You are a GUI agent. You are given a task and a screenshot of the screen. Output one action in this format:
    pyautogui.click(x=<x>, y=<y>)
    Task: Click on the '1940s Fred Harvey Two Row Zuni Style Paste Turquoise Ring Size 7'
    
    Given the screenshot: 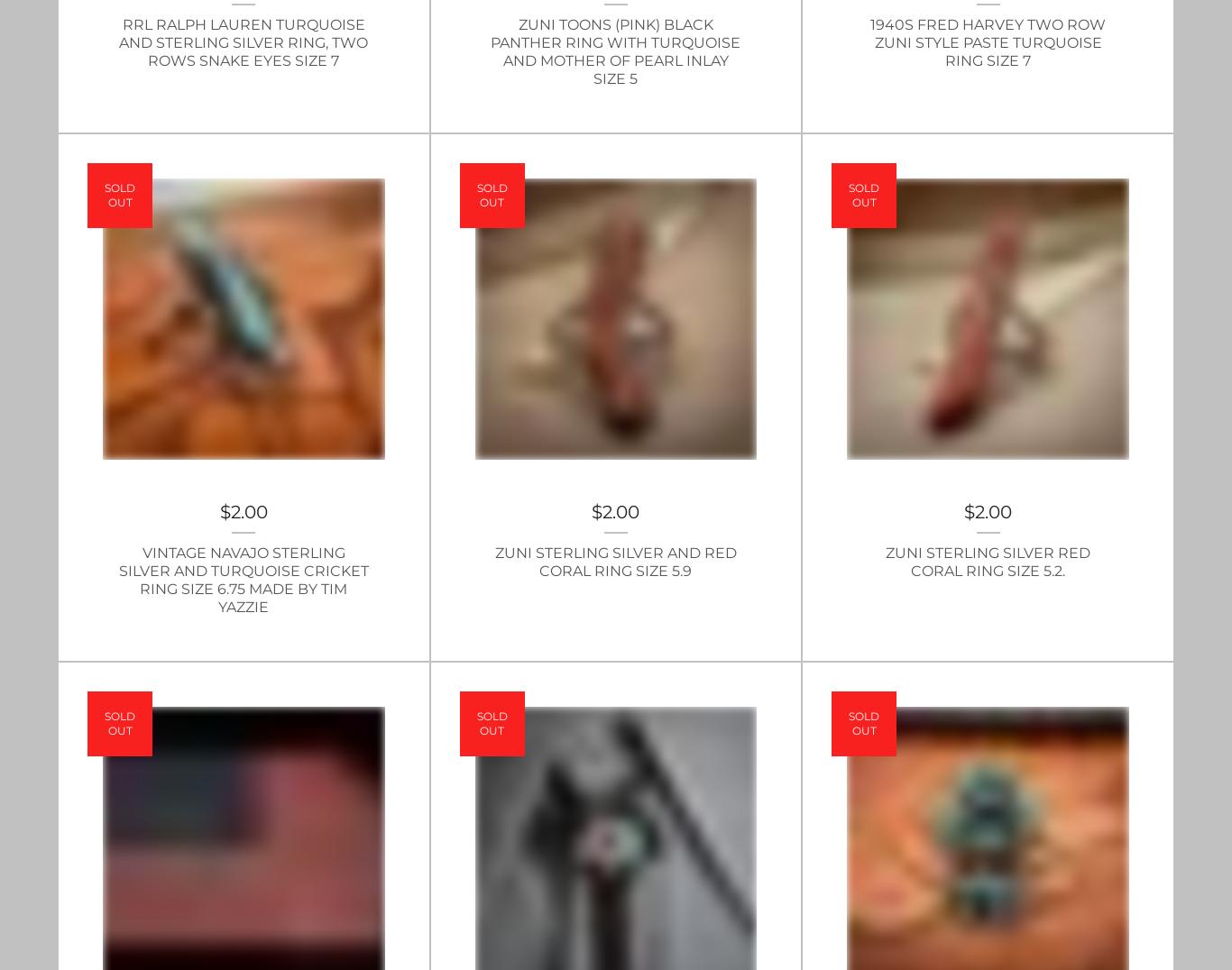 What is the action you would take?
    pyautogui.click(x=987, y=41)
    